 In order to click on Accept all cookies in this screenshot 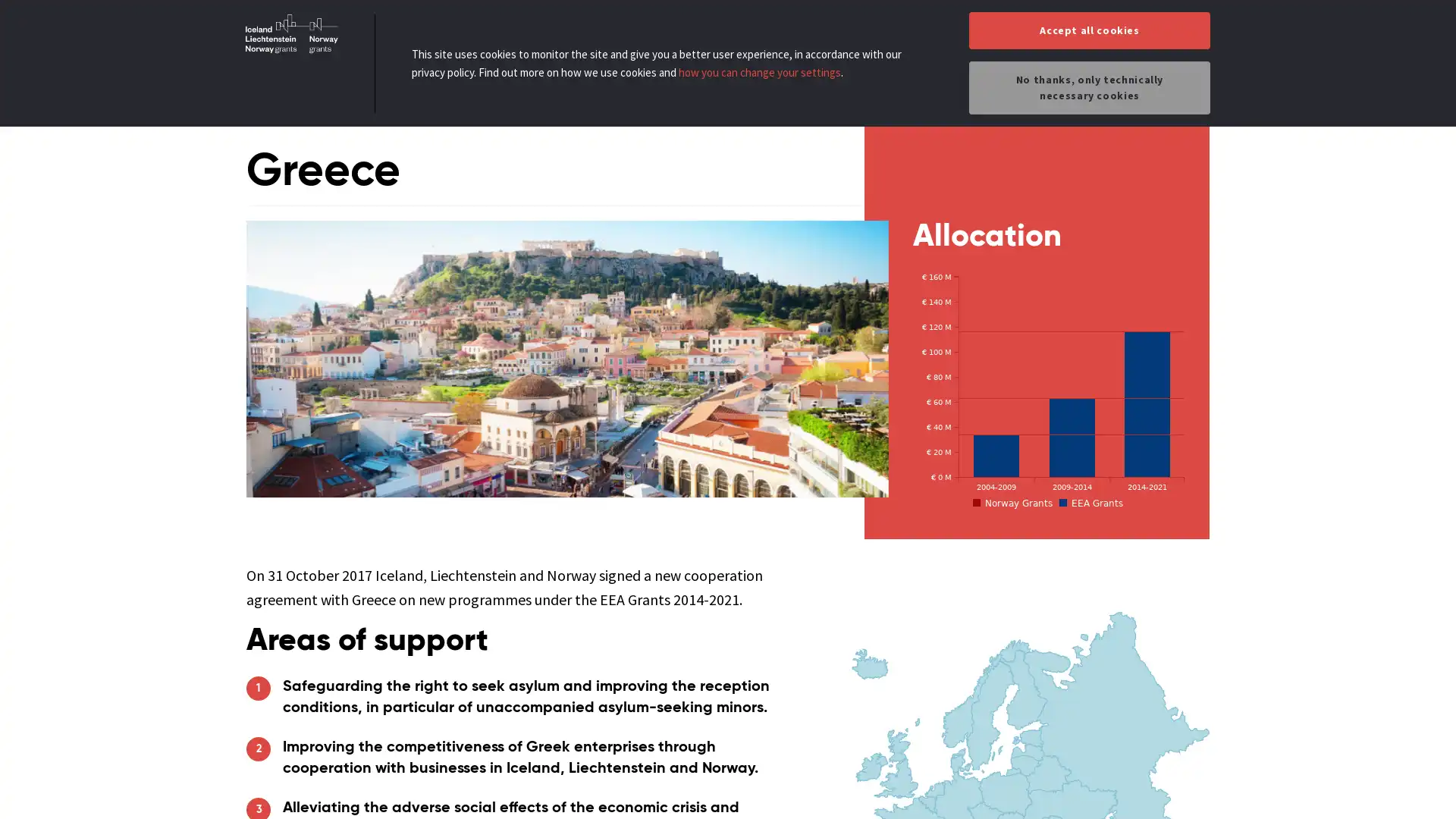, I will do `click(1088, 30)`.